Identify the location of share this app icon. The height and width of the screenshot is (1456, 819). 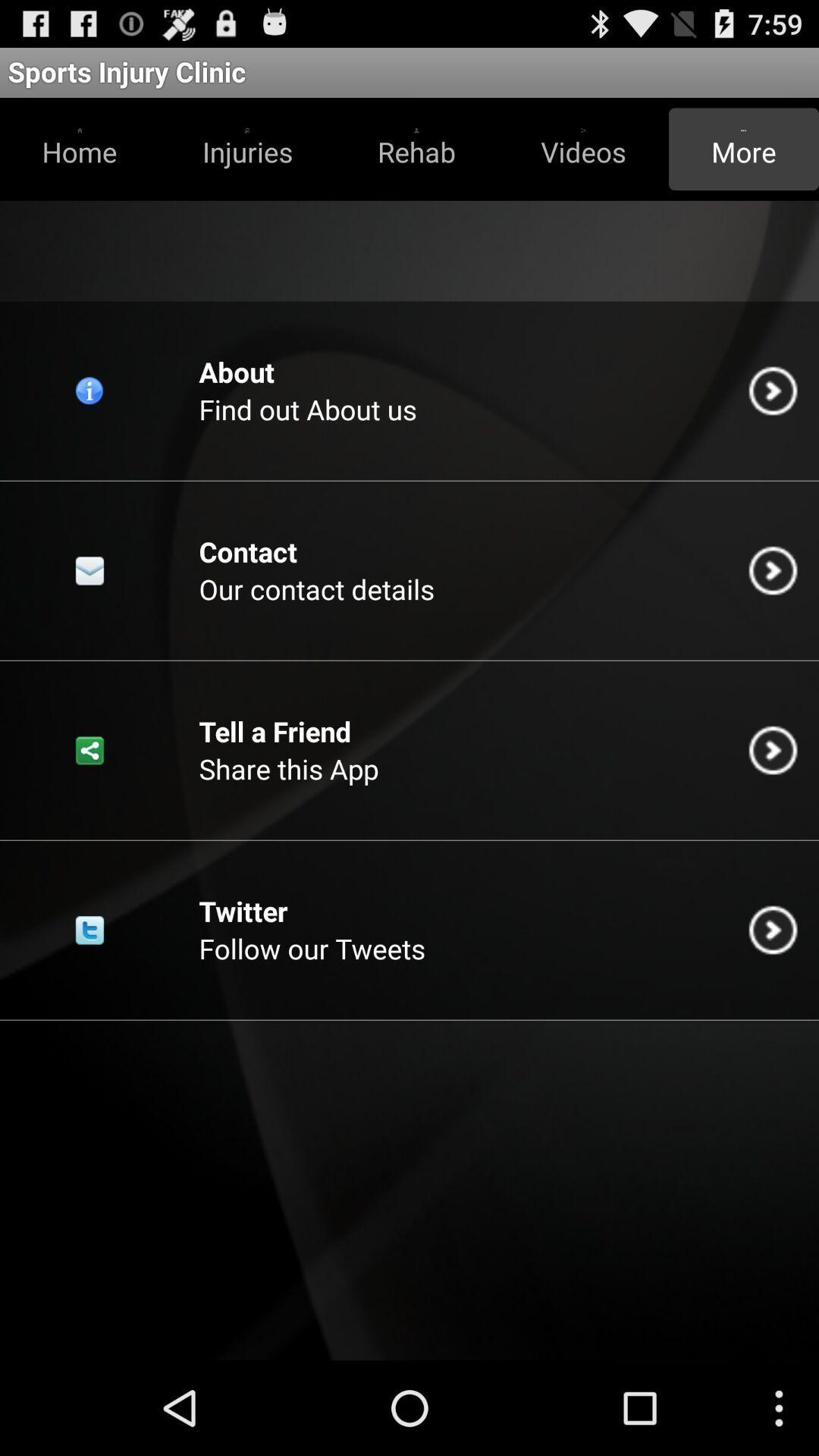
(289, 768).